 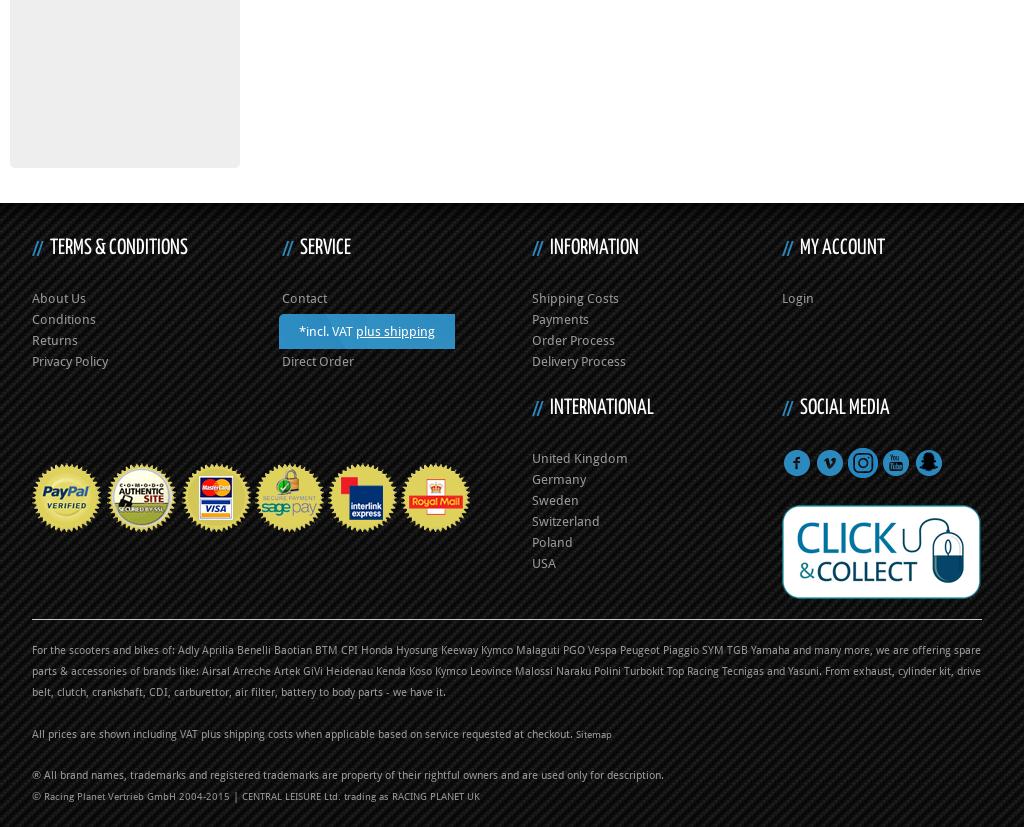 What do you see at coordinates (316, 359) in the screenshot?
I see `'Direct Order'` at bounding box center [316, 359].